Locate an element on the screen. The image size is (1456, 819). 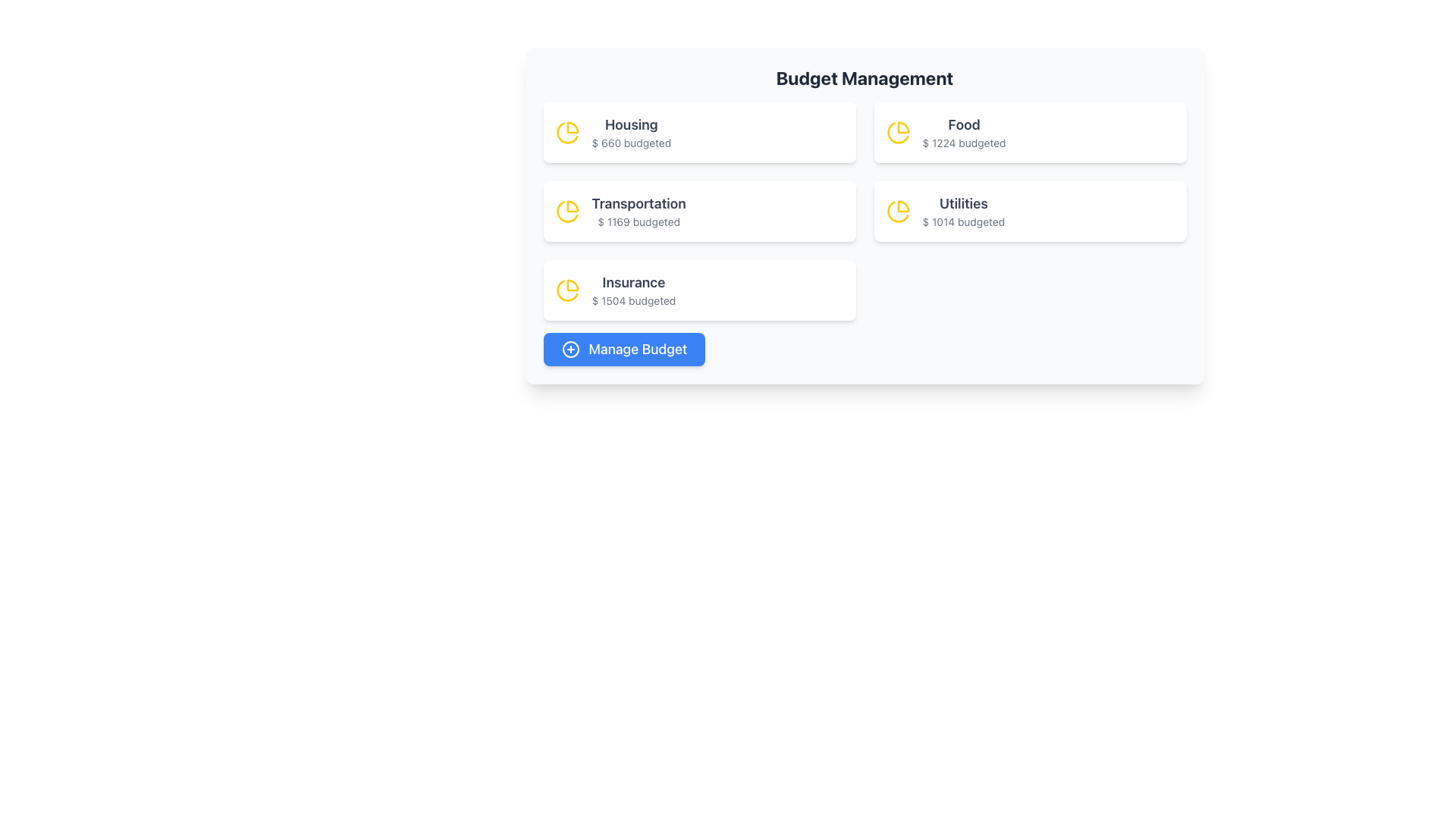
the upper segment of the pie chart icon representing the 'Utilities' category in the Budget Management panel is located at coordinates (903, 206).